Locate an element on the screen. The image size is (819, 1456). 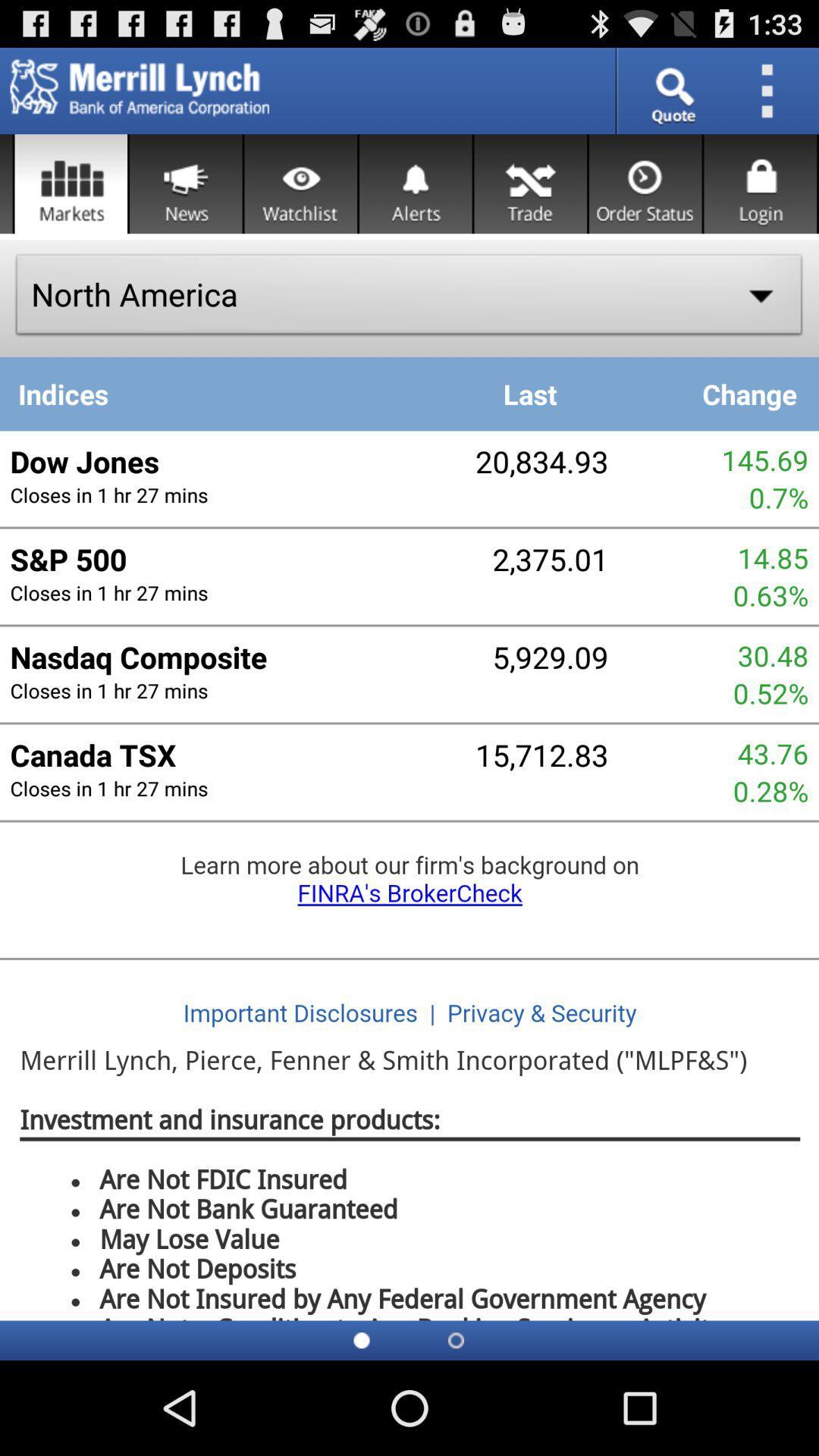
to go trade is located at coordinates (529, 183).